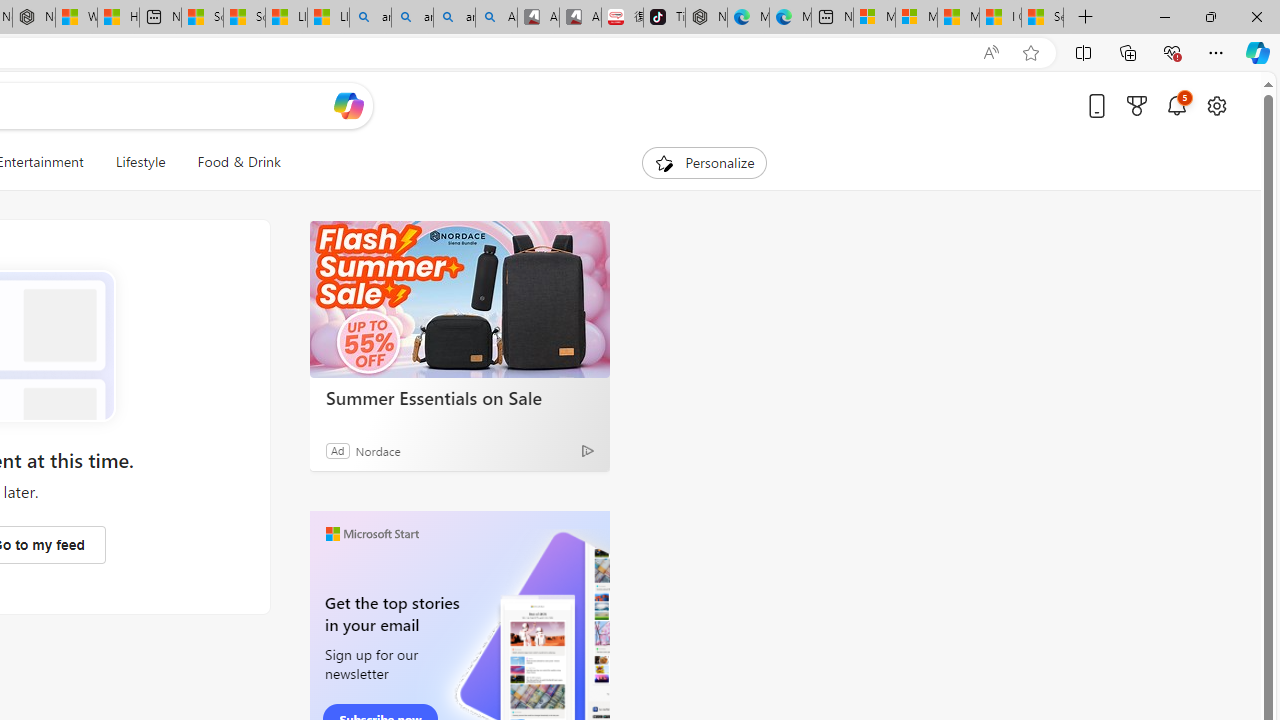 The image size is (1280, 720). Describe the element at coordinates (239, 162) in the screenshot. I see `'Food & Drink'` at that location.